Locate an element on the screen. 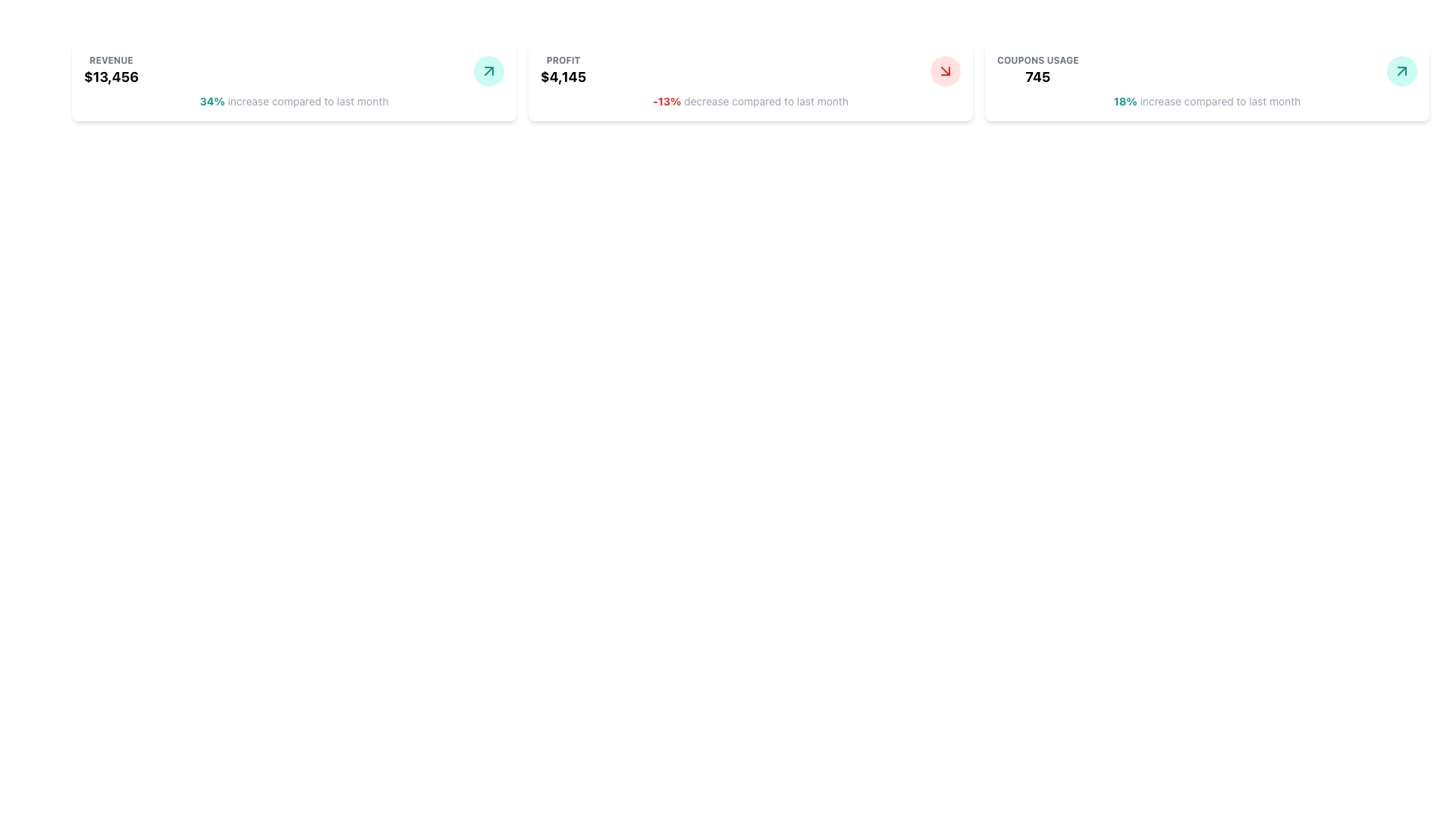 This screenshot has height=819, width=1456. the Icon button located on the far-right side of the 'Coupons usage 745' UI component, next to the '745' text is located at coordinates (1401, 71).